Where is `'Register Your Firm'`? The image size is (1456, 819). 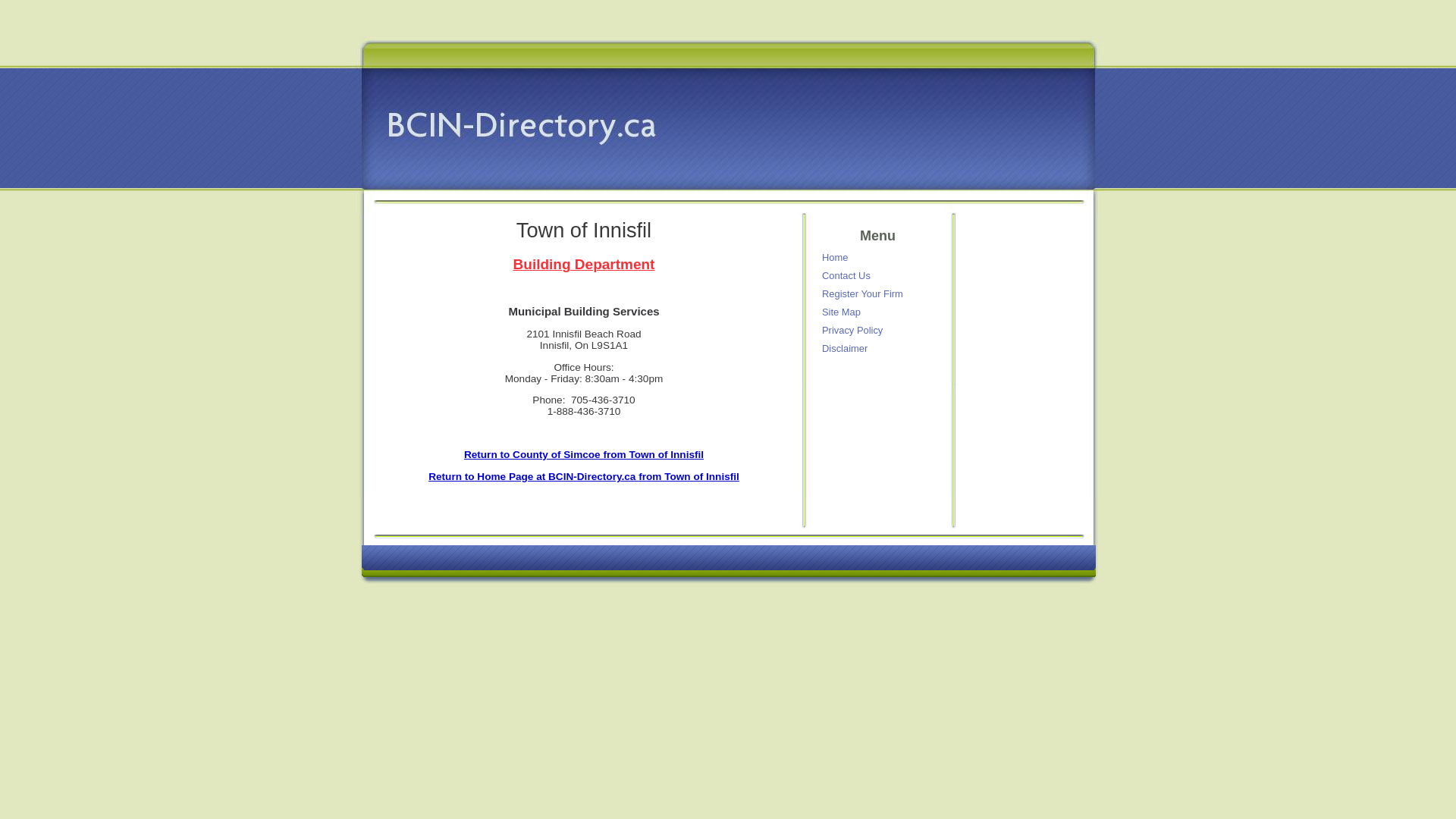
'Register Your Firm' is located at coordinates (880, 293).